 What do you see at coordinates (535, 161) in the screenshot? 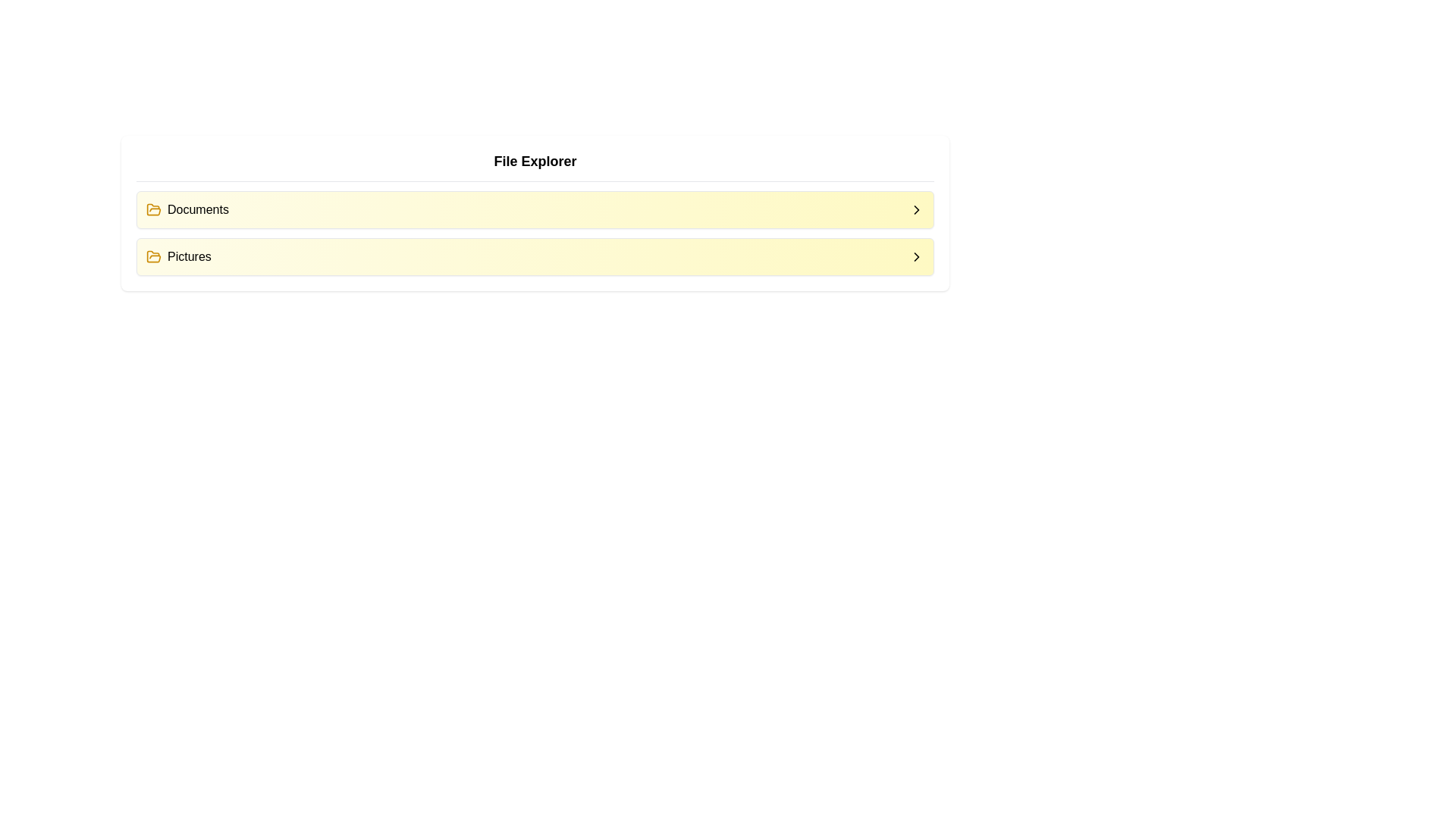
I see `the Text label heading located at the top of the section, which indicates the content context for 'Documents' and 'Pictures'` at bounding box center [535, 161].